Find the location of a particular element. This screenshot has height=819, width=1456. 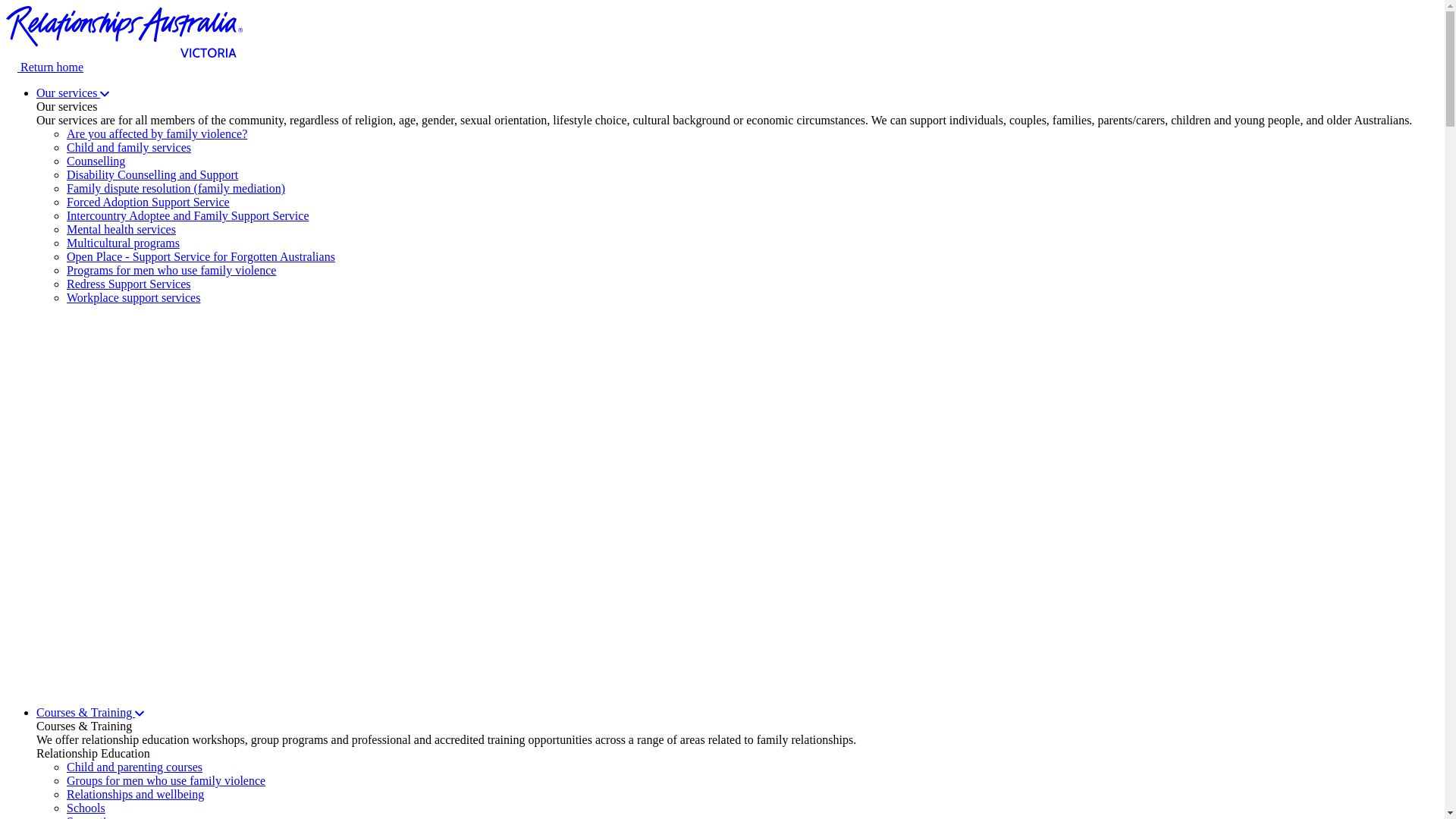

'Family dispute resolution (family mediation)' is located at coordinates (175, 187).